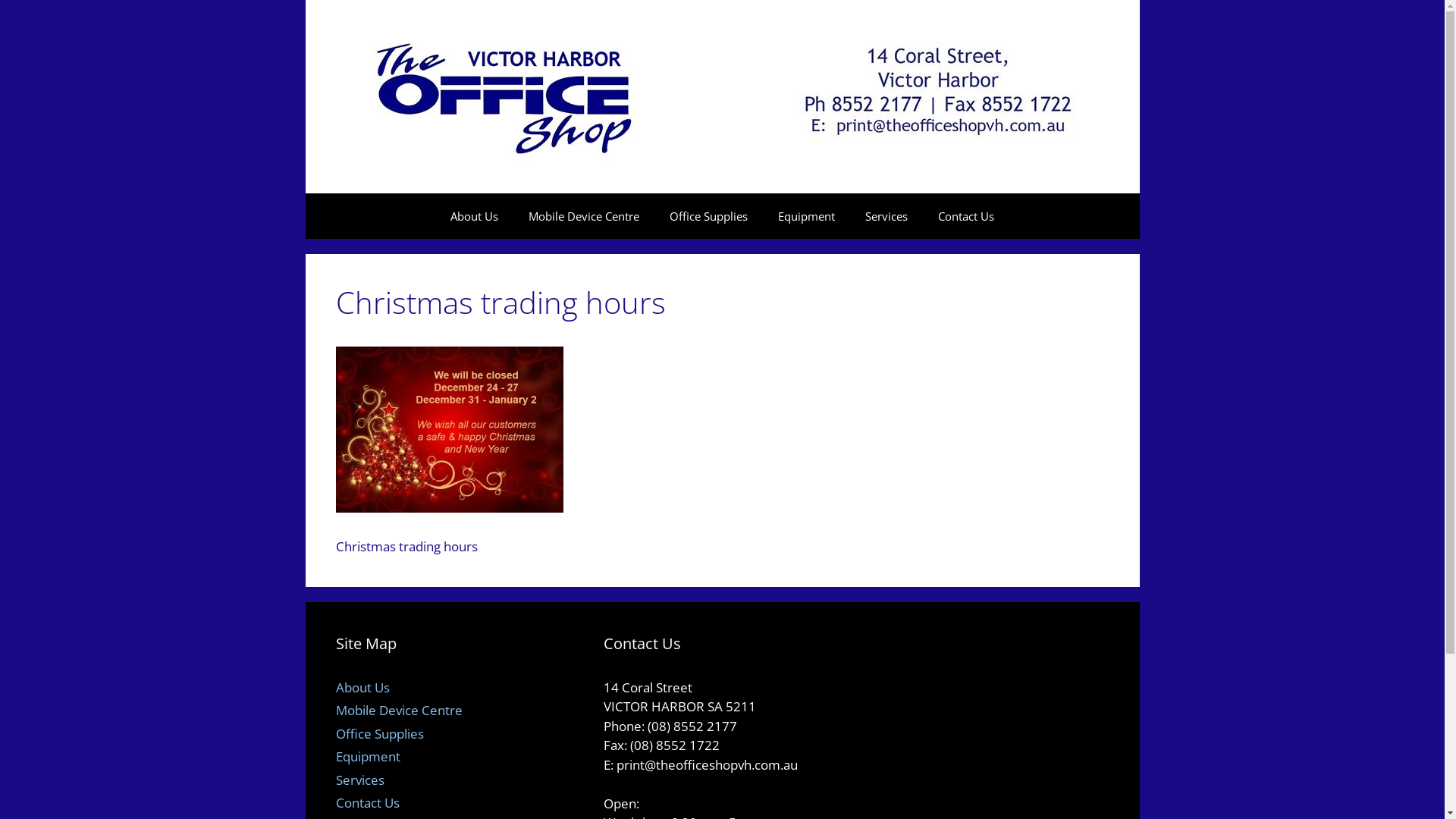 Image resolution: width=1456 pixels, height=819 pixels. Describe the element at coordinates (965, 216) in the screenshot. I see `'Contact Us'` at that location.